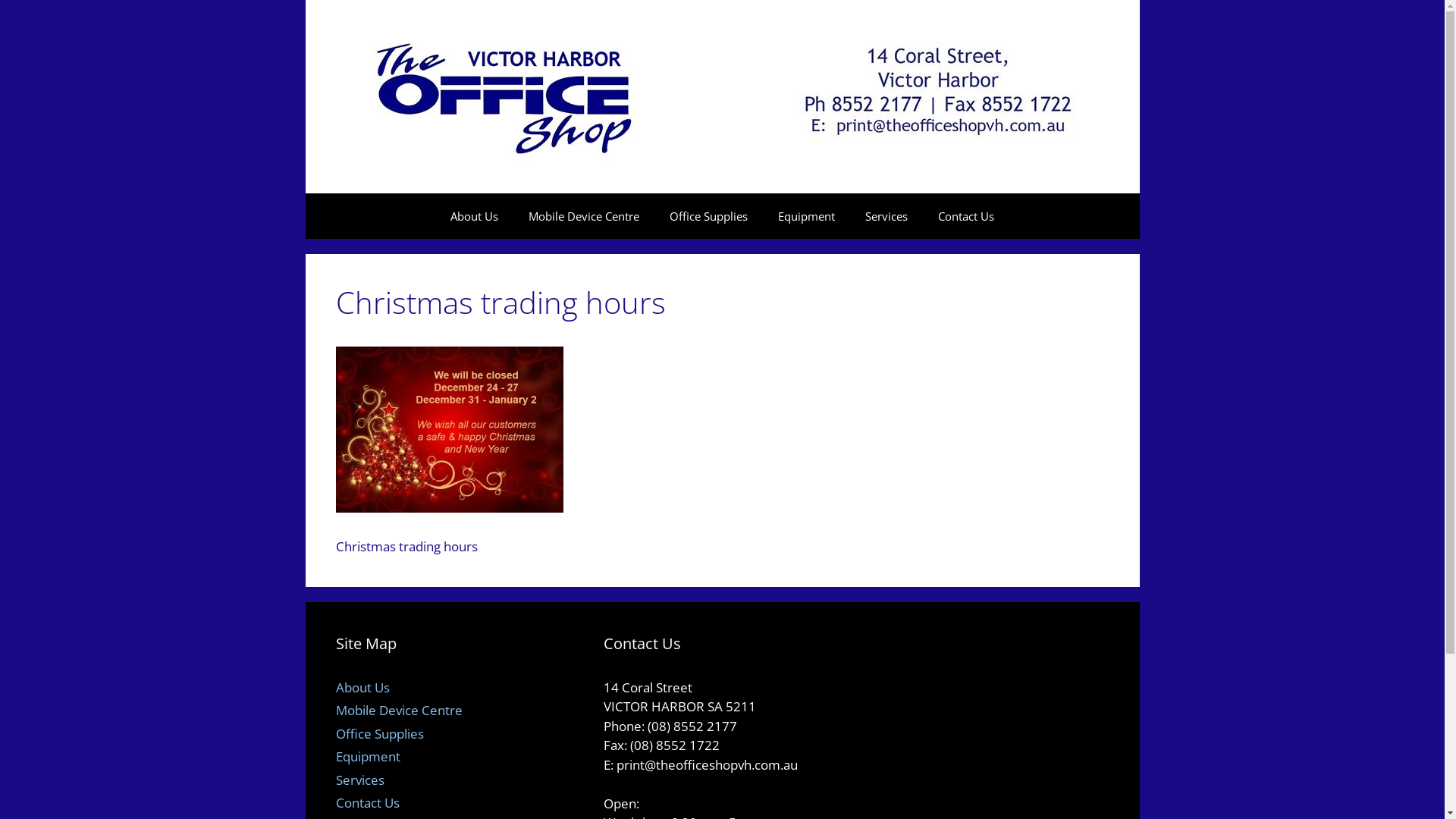 Image resolution: width=1456 pixels, height=819 pixels. Describe the element at coordinates (965, 216) in the screenshot. I see `'Contact Us'` at that location.